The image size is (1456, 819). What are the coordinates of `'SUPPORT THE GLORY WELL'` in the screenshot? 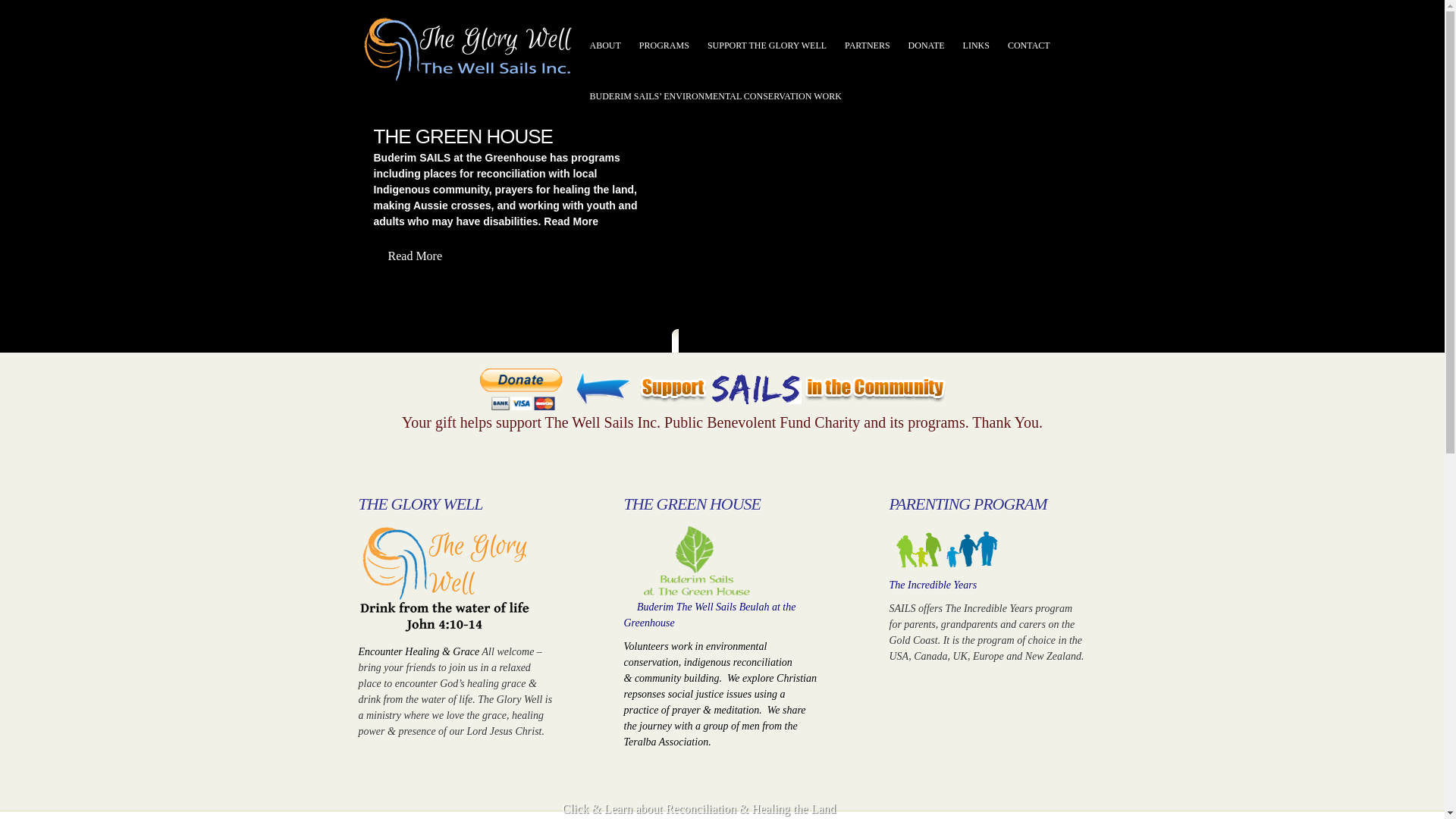 It's located at (767, 45).